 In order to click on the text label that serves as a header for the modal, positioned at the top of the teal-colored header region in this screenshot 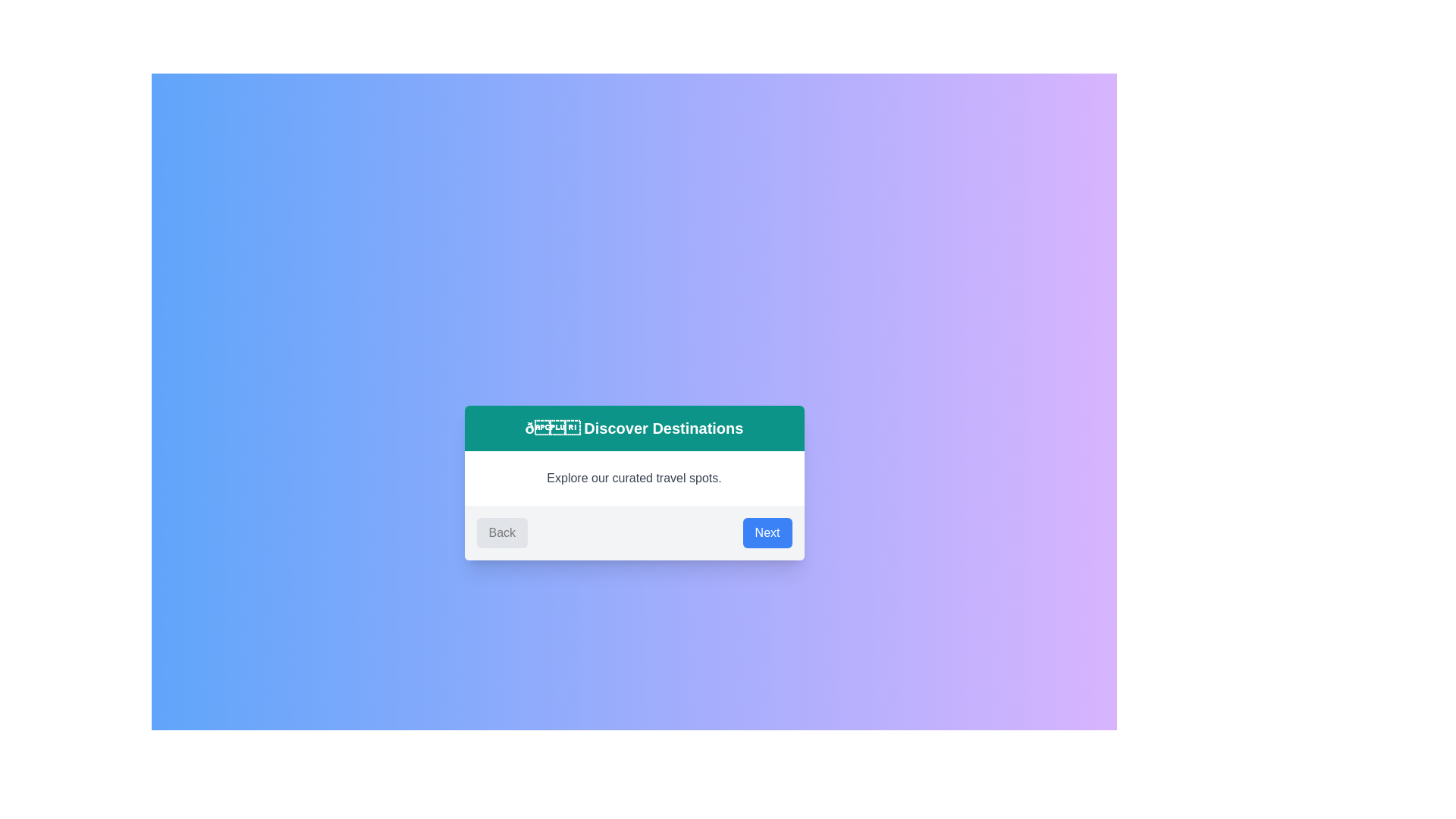, I will do `click(634, 428)`.